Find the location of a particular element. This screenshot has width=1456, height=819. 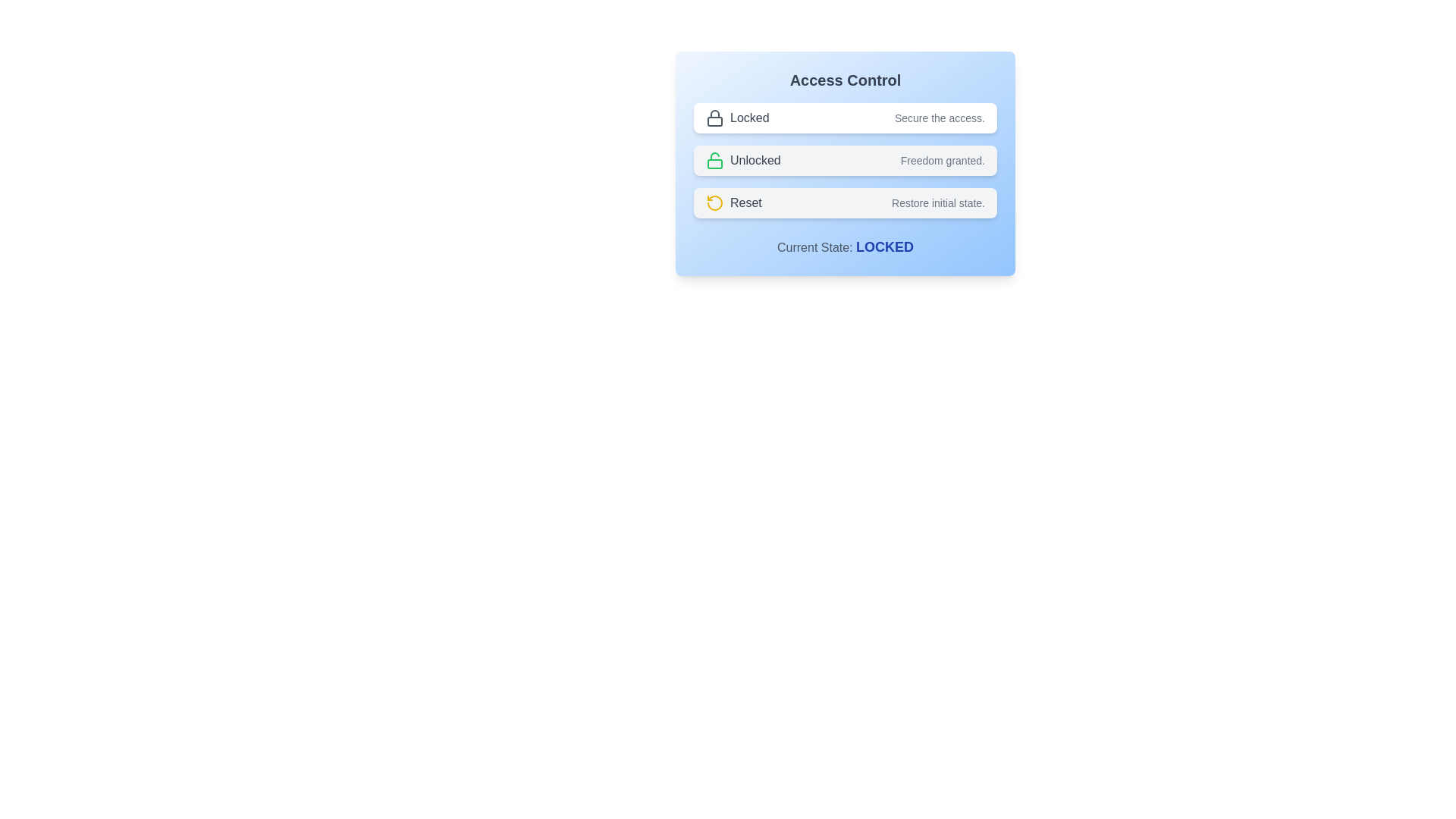

the button labeled Locked to observe its hover effect is located at coordinates (844, 117).